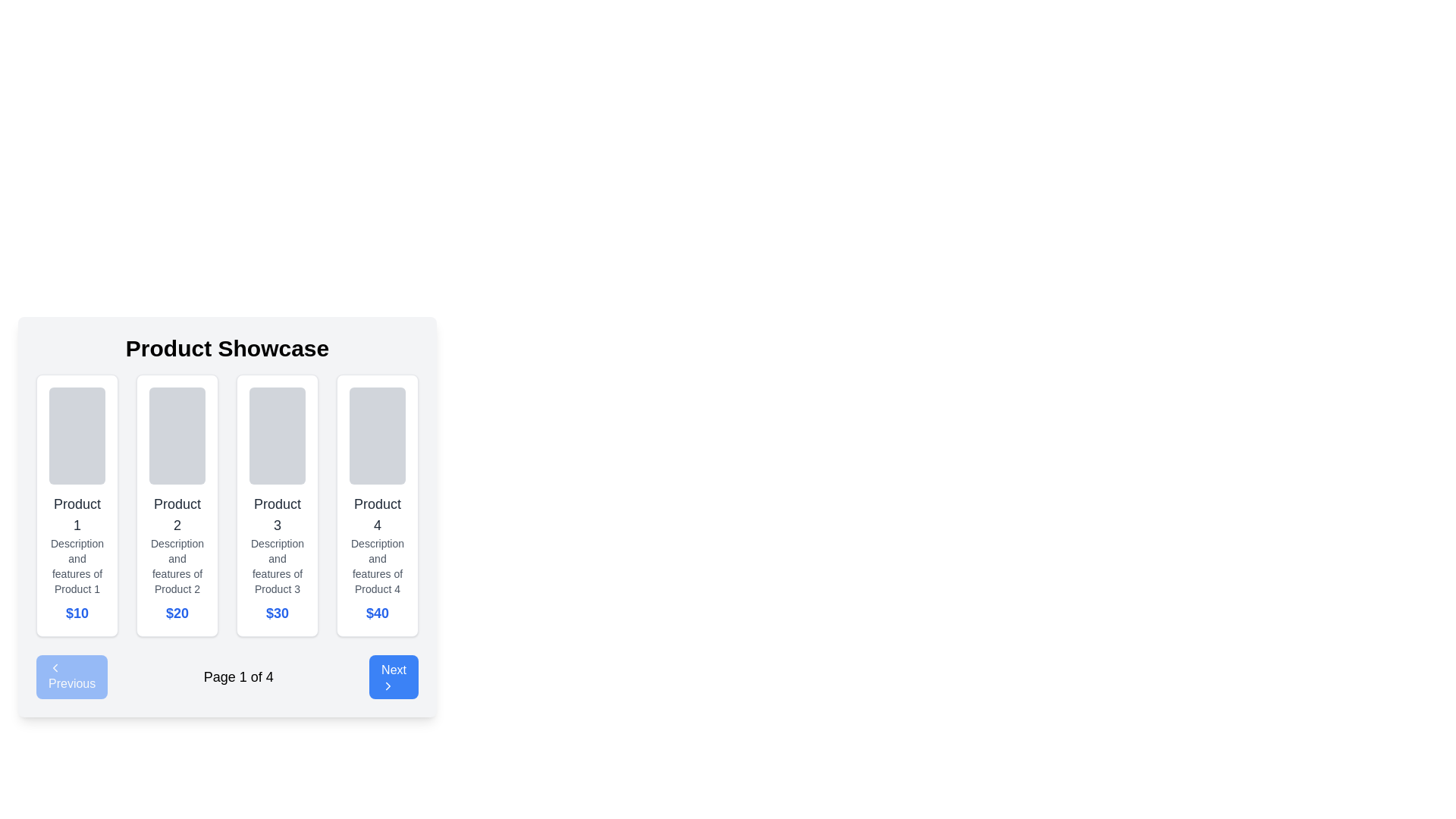 This screenshot has height=819, width=1456. Describe the element at coordinates (378, 566) in the screenshot. I see `the text display that summarizes the features of 'Product 4', located below its title and above the price` at that location.